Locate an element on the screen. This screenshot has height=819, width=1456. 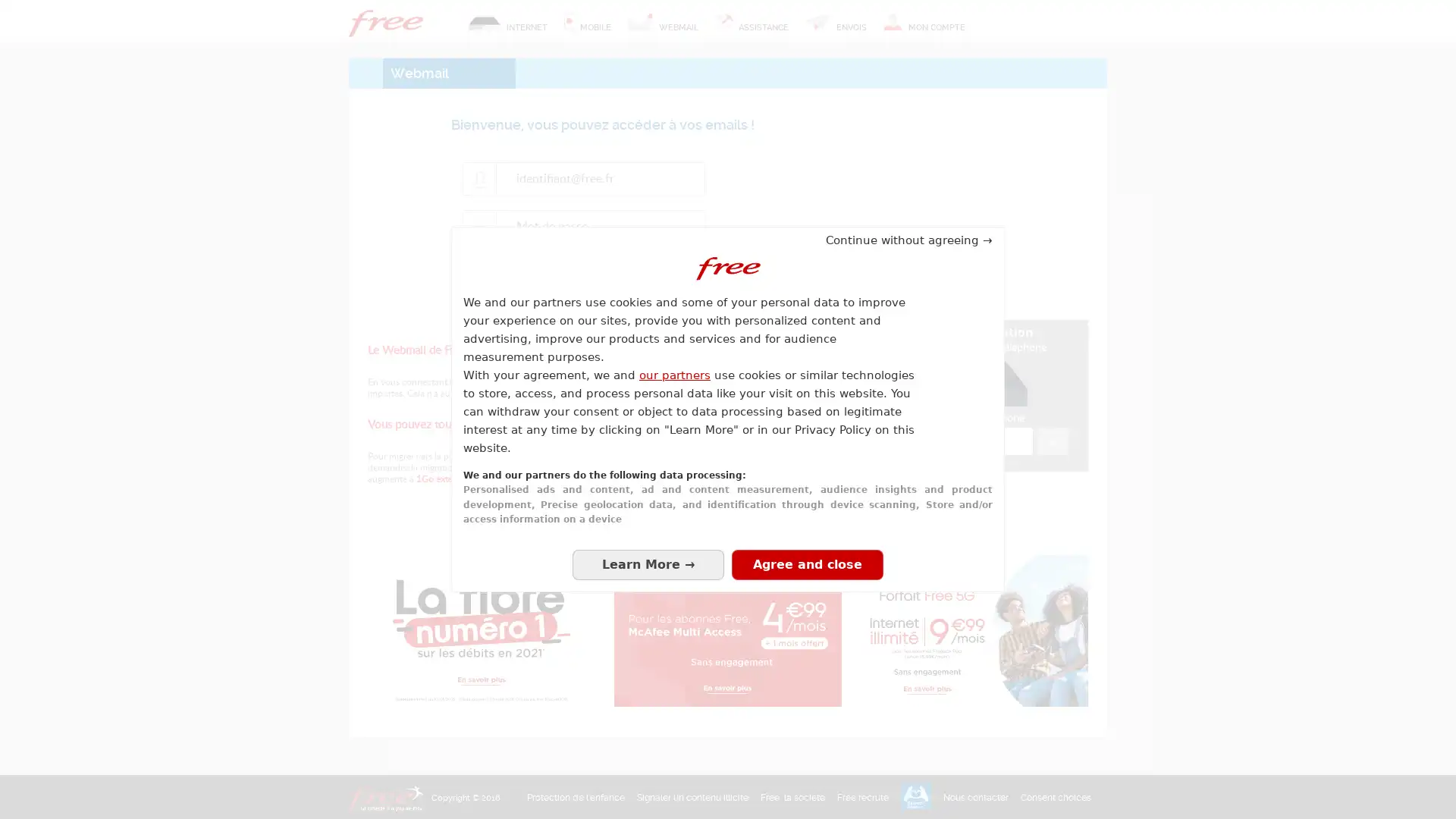
Configure your consents is located at coordinates (648, 564).